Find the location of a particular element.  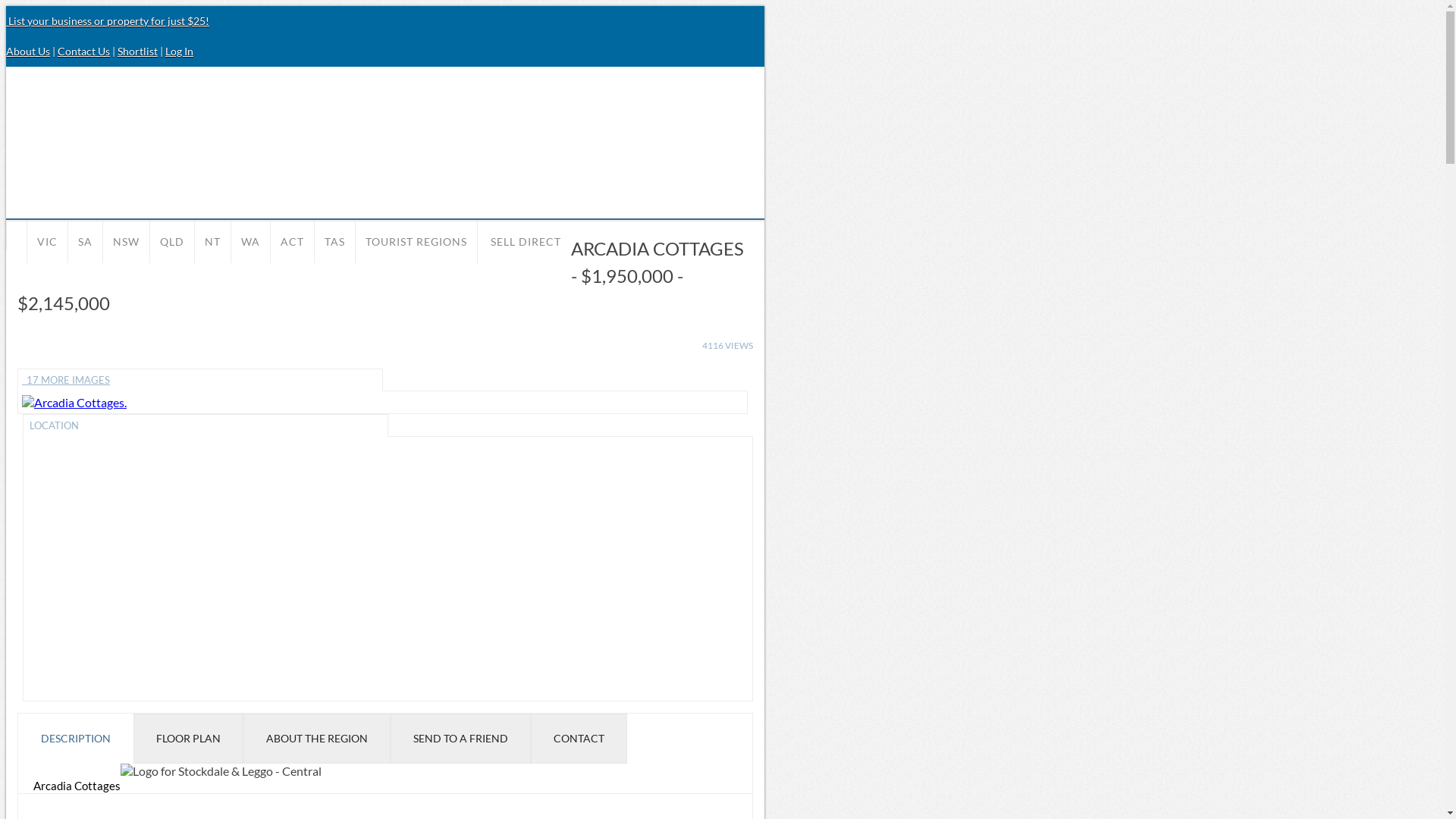

'ACT' is located at coordinates (292, 240).